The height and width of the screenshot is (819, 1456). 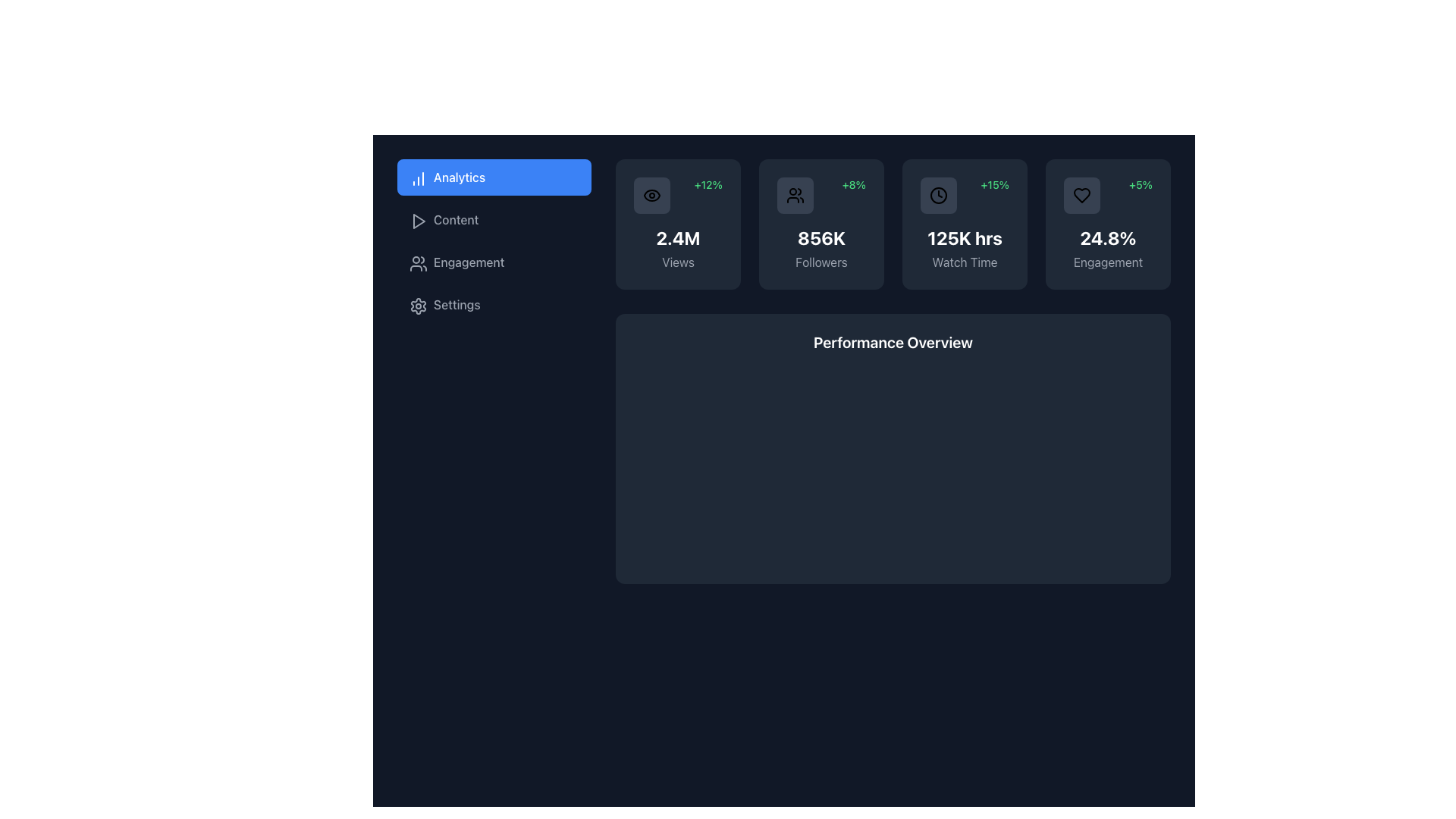 What do you see at coordinates (419, 221) in the screenshot?
I see `the triangular play icon located in the navigation menu under the 'Analytics' section and above 'Engagement'` at bounding box center [419, 221].